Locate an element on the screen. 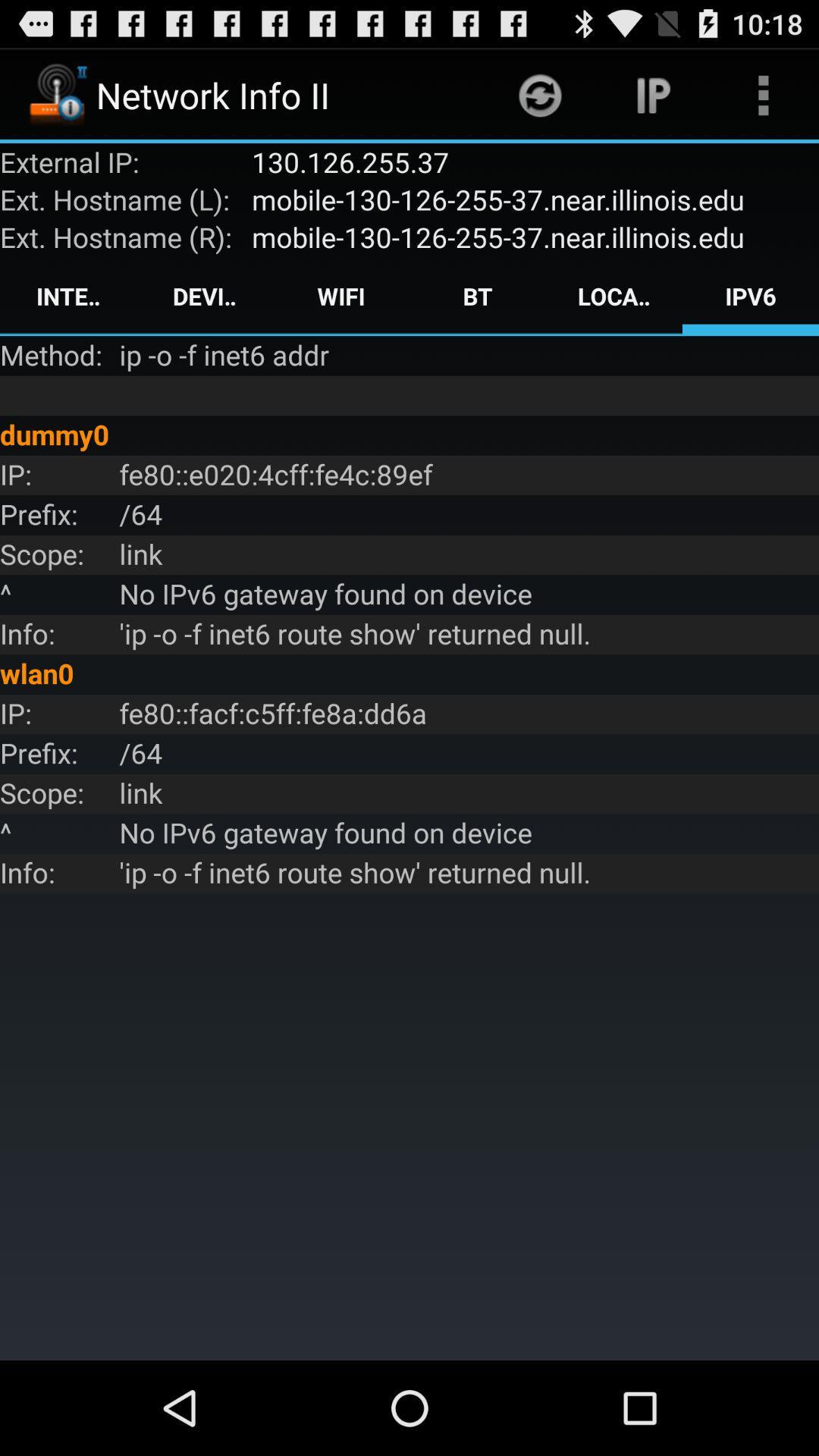  the app above the ip o f app is located at coordinates (476, 296).